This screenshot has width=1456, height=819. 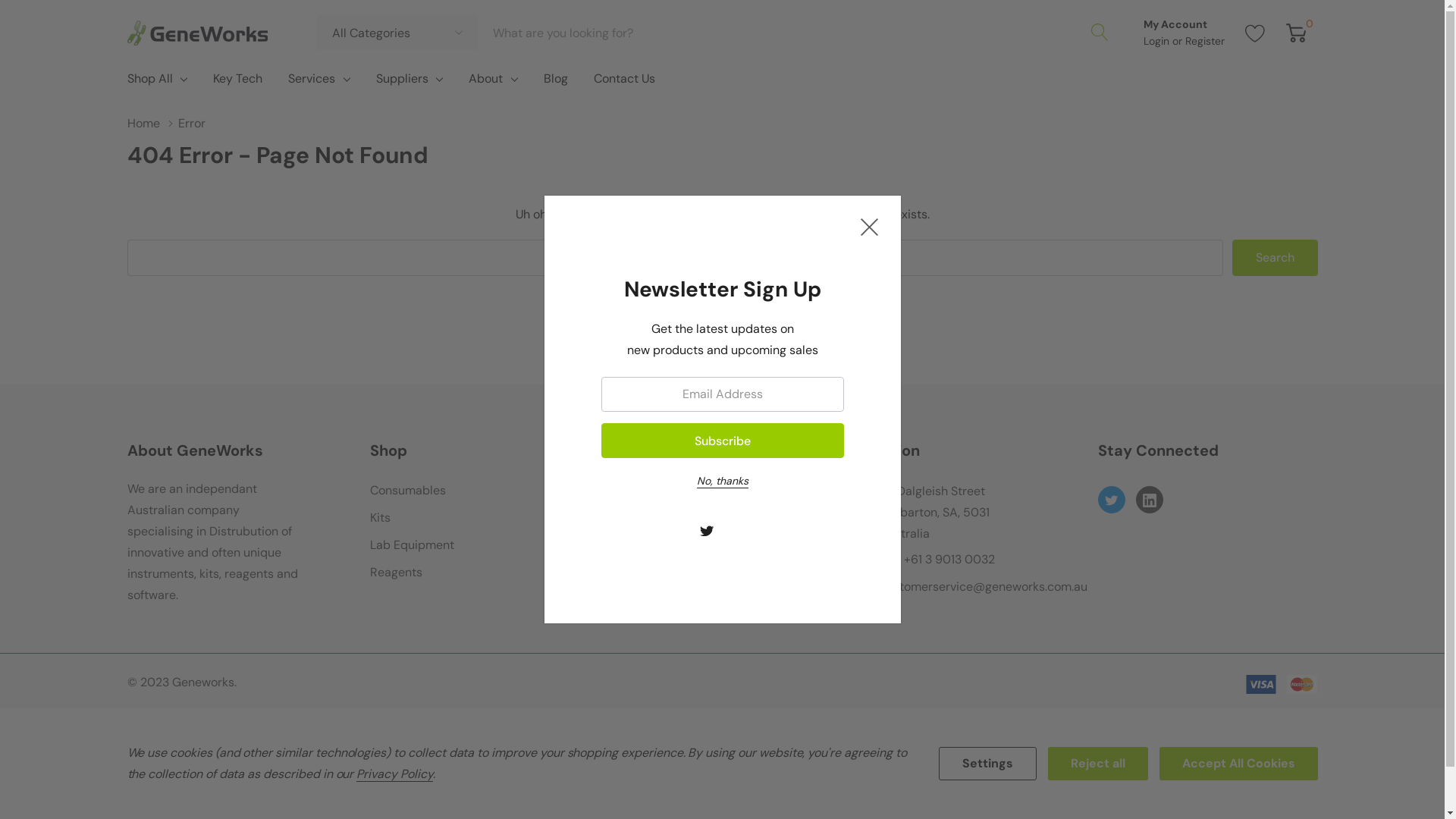 What do you see at coordinates (485, 79) in the screenshot?
I see `'About'` at bounding box center [485, 79].